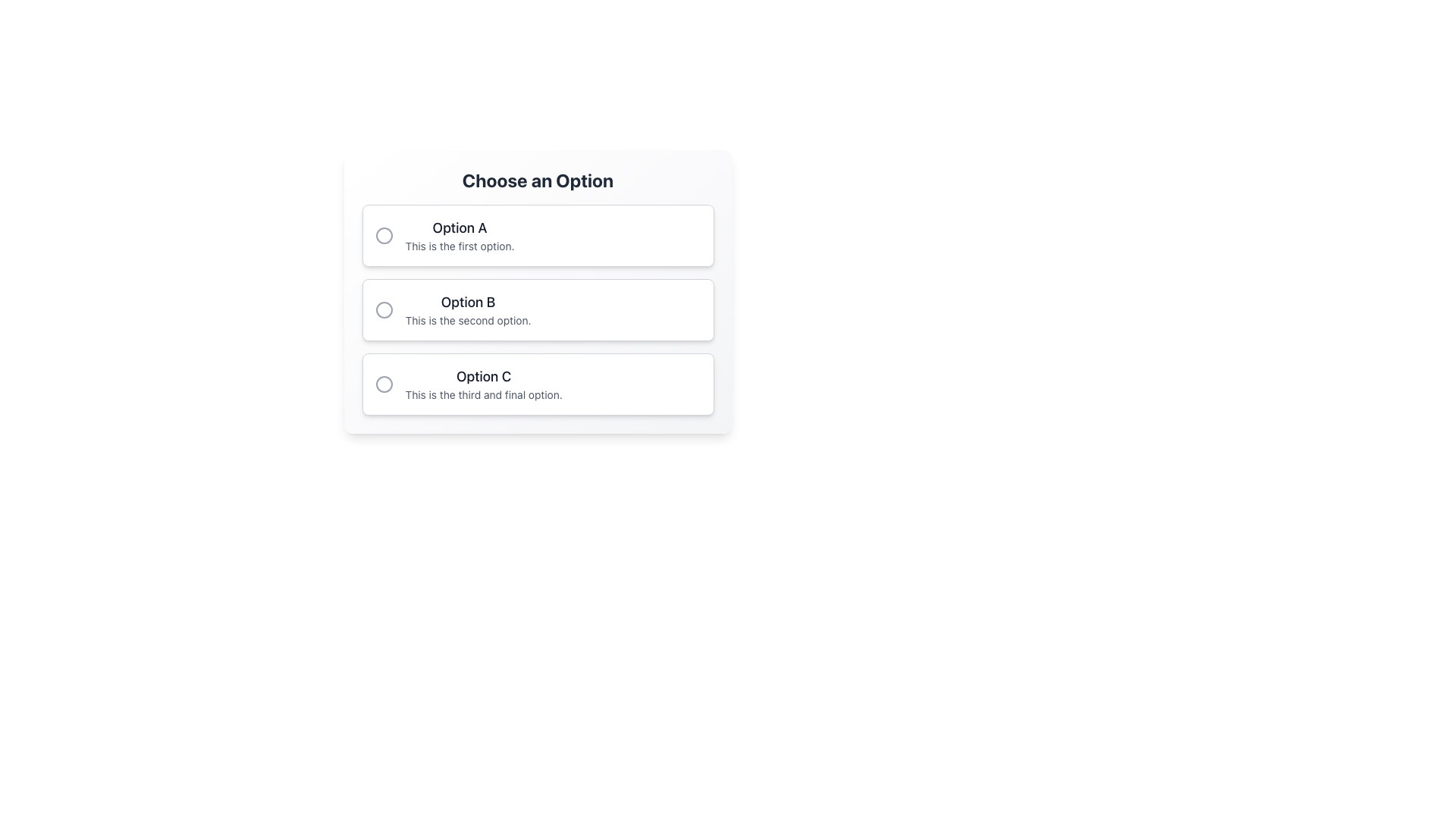  I want to click on the radio button for 'Option B', so click(538, 309).